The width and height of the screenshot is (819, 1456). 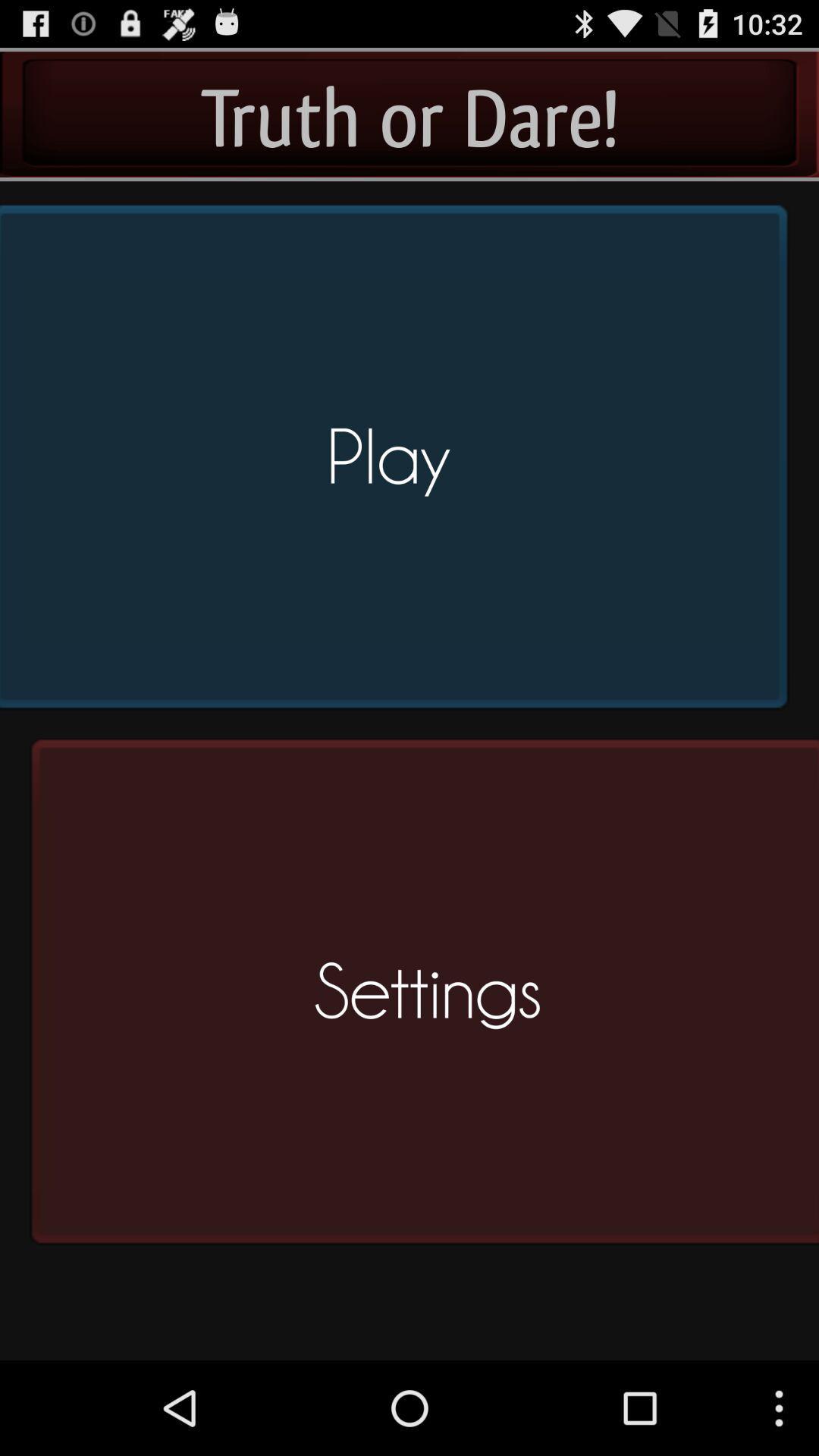 What do you see at coordinates (419, 998) in the screenshot?
I see `button at the bottom` at bounding box center [419, 998].